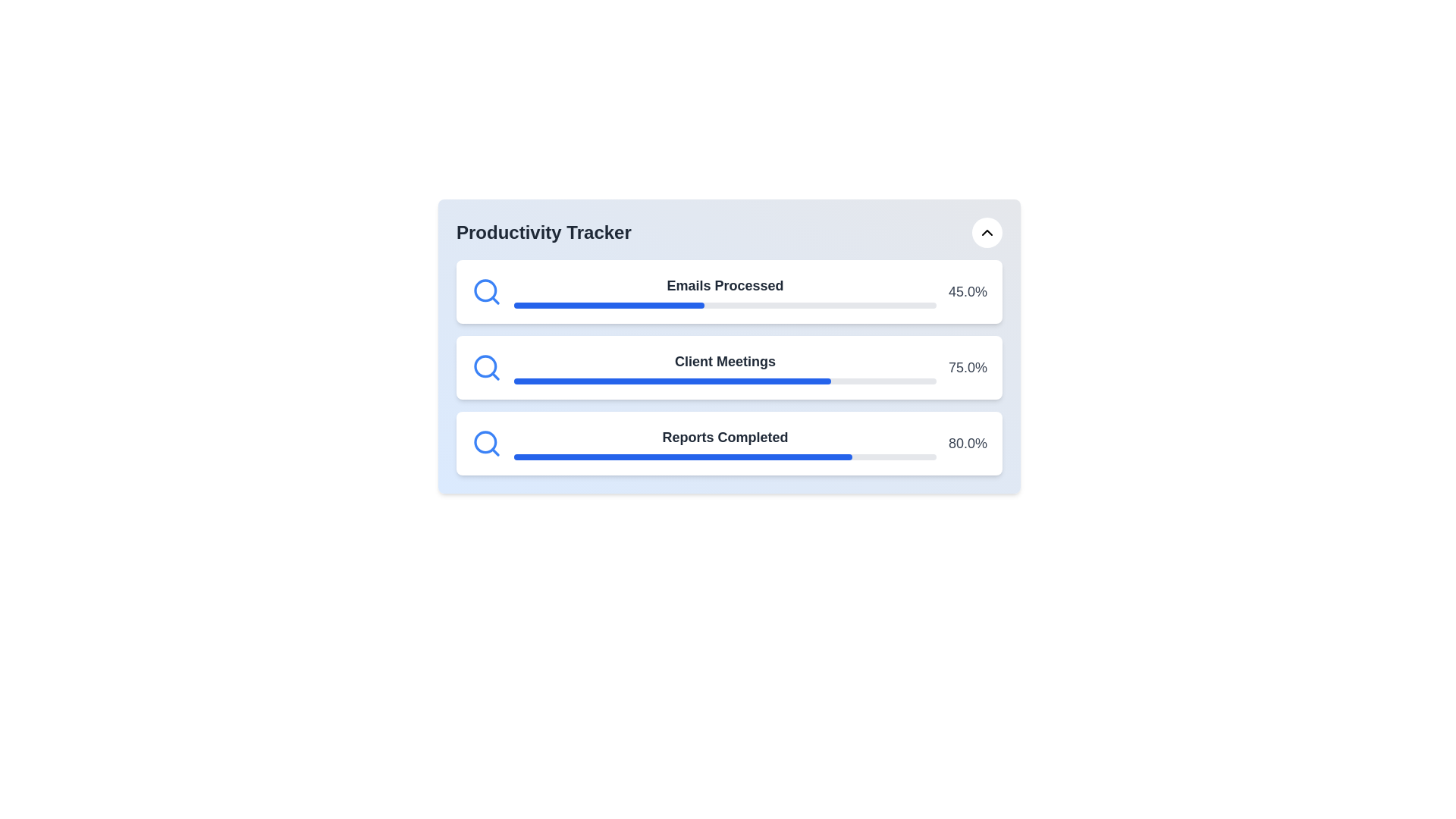 The width and height of the screenshot is (1456, 819). I want to click on text from the Text Label displaying the completion percentage of the 'Emails Processed' within the first information card of the 'Productivity Tracker' section, so click(967, 292).